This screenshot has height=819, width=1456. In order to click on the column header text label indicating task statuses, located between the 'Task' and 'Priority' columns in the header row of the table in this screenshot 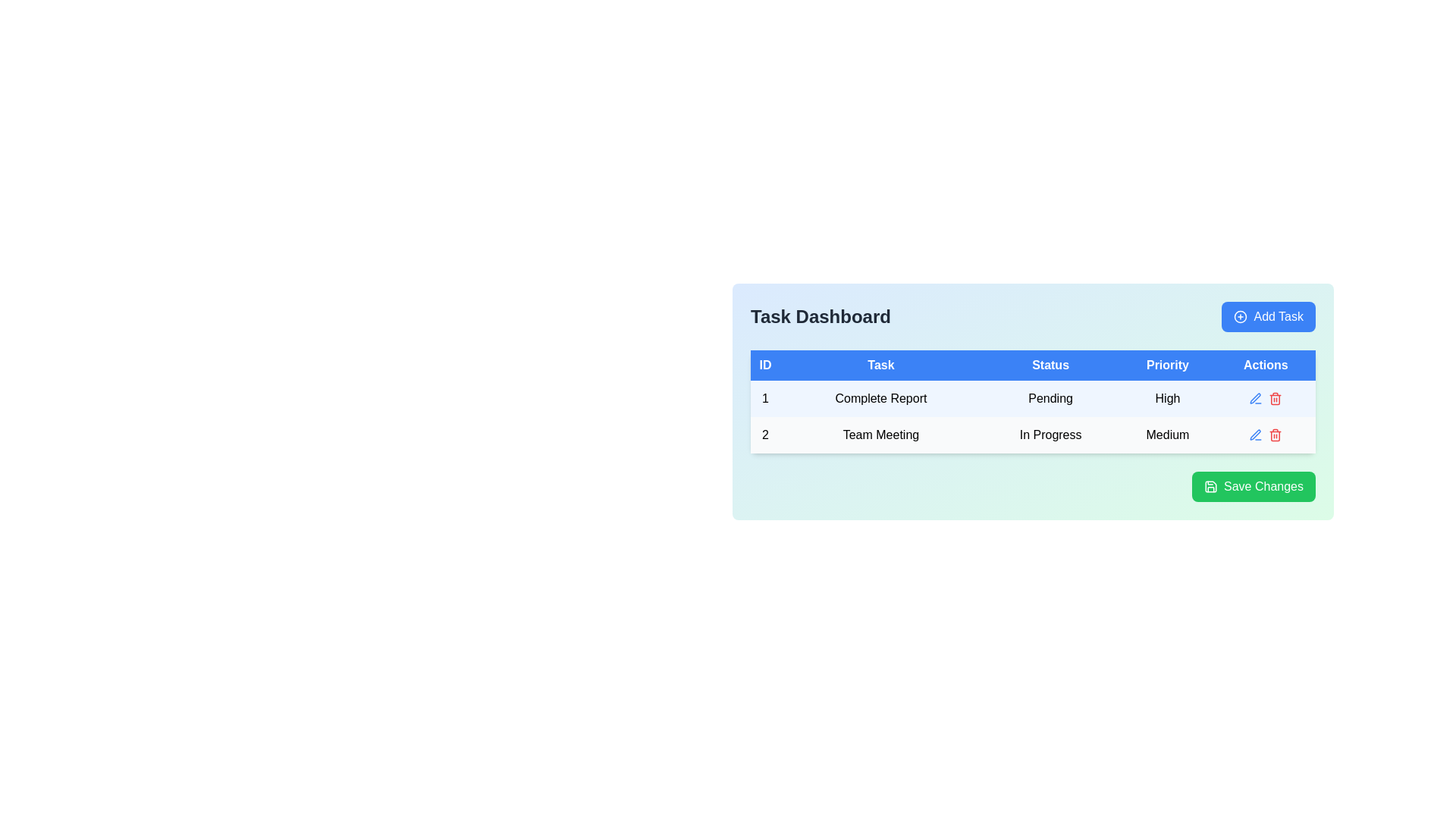, I will do `click(1050, 366)`.